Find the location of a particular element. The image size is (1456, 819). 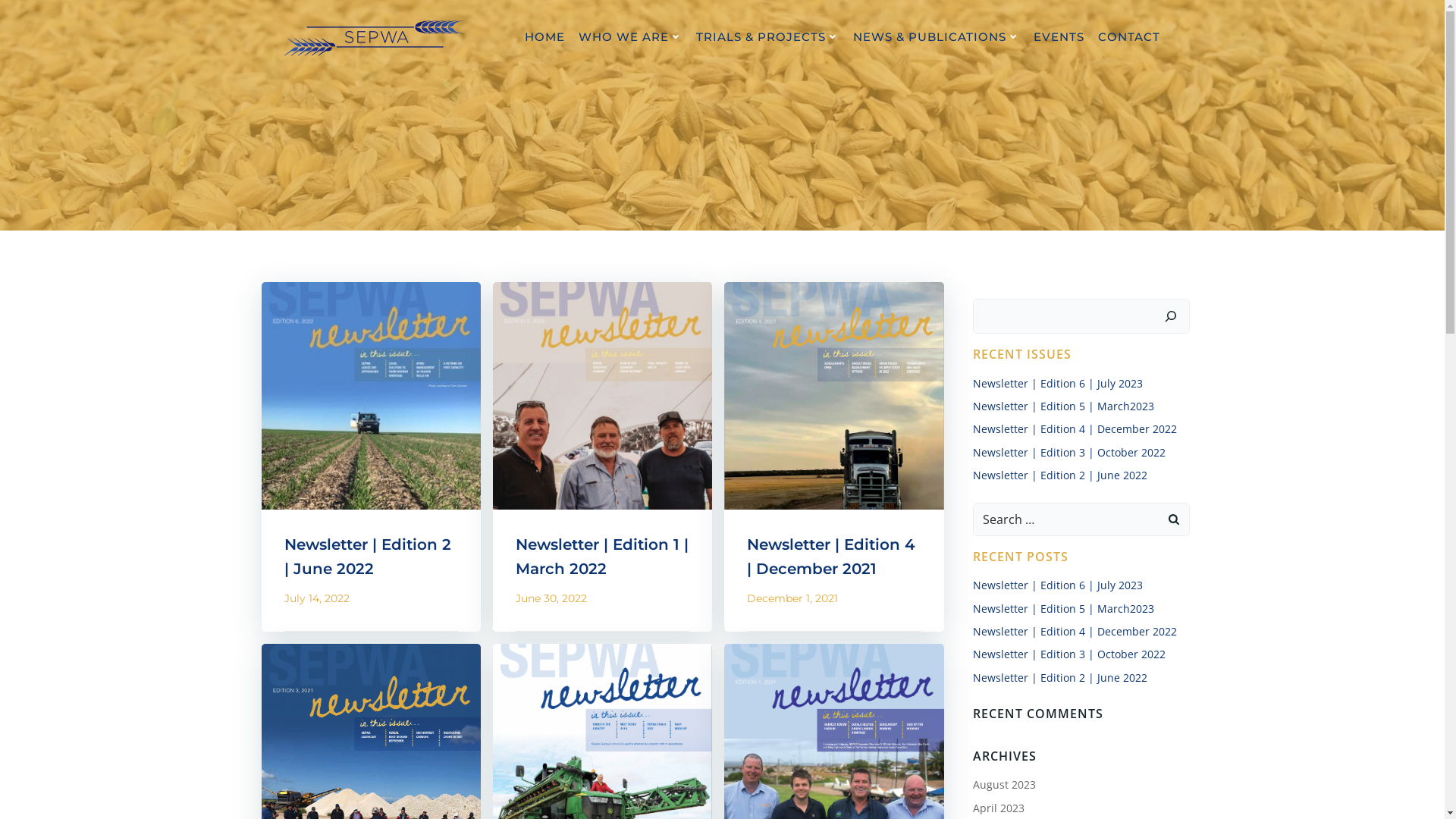

'Newsletter | Edition 1 | March 2022' is located at coordinates (601, 394).